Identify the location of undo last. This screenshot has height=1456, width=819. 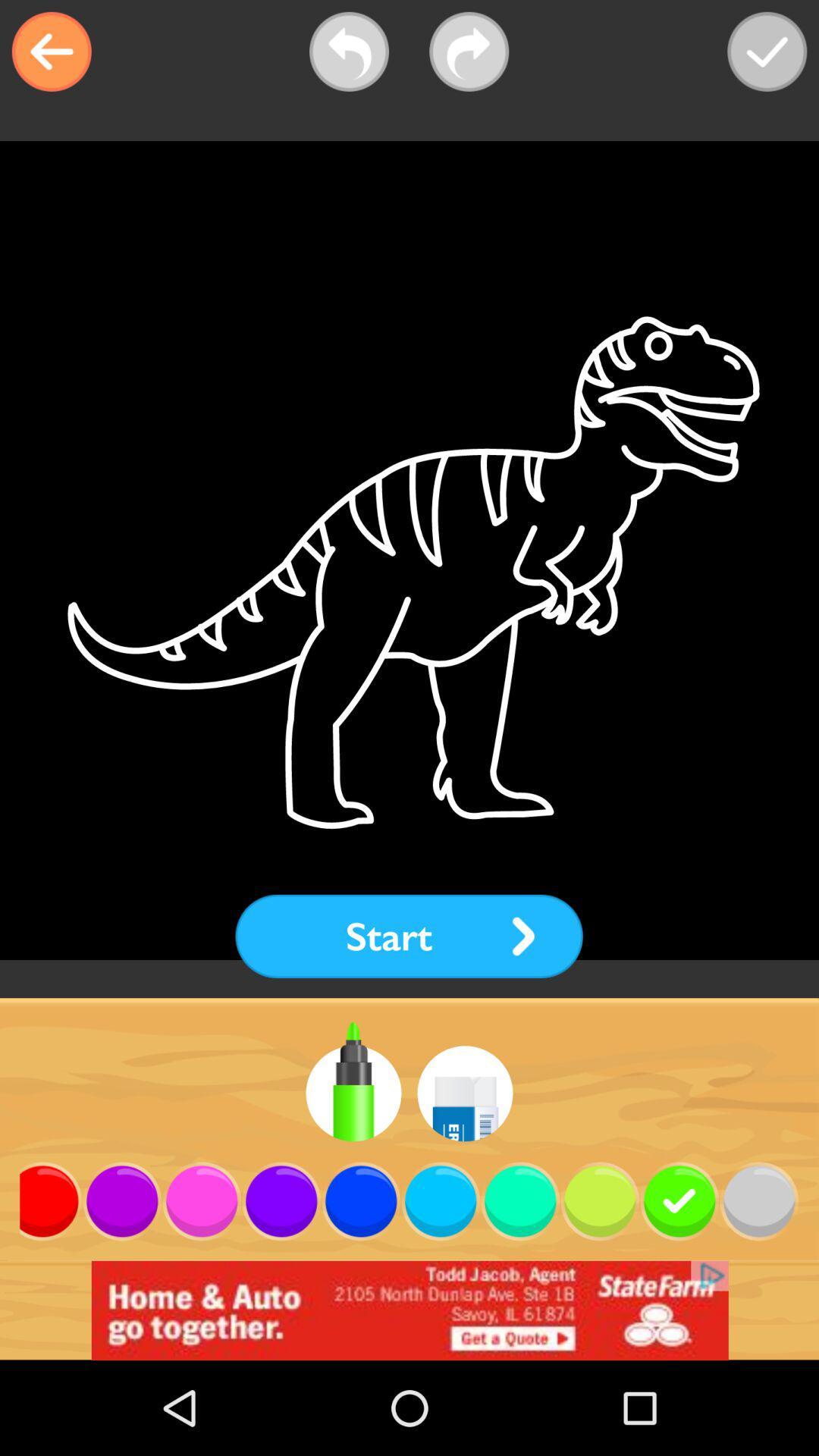
(349, 52).